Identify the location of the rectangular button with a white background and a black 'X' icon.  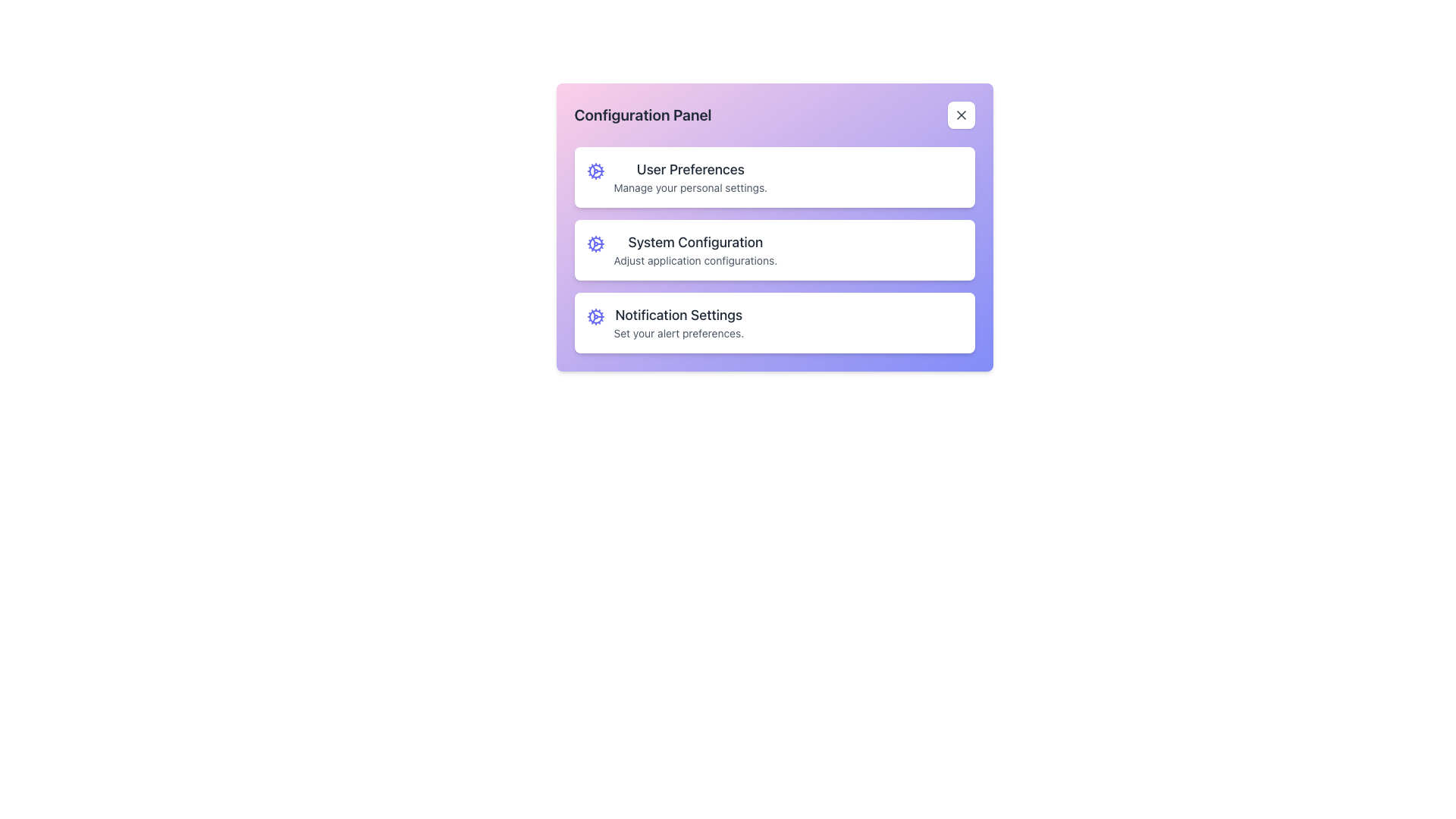
(960, 114).